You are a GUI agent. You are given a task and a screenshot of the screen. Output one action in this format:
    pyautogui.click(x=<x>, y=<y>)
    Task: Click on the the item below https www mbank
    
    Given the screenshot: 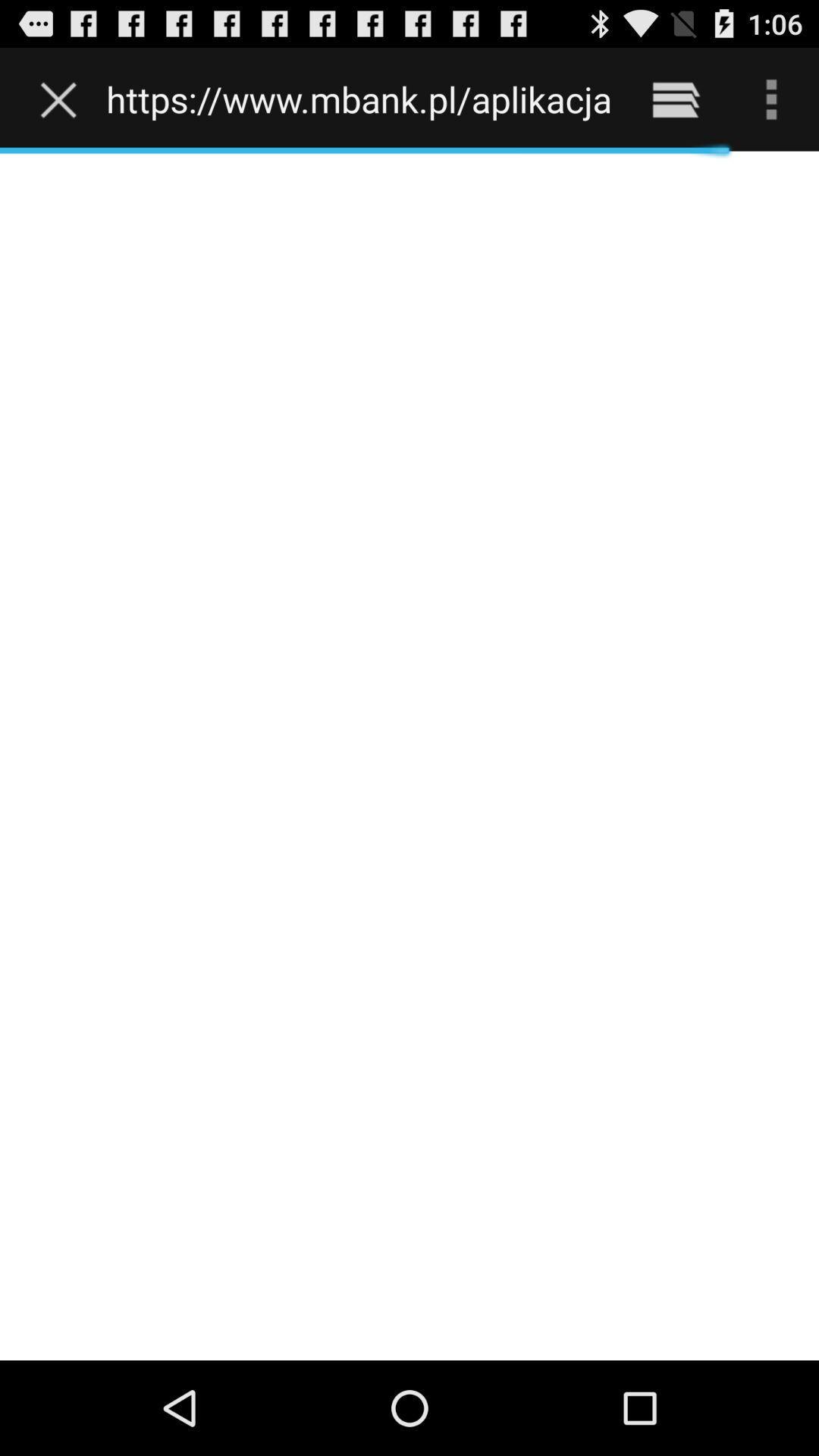 What is the action you would take?
    pyautogui.click(x=409, y=755)
    